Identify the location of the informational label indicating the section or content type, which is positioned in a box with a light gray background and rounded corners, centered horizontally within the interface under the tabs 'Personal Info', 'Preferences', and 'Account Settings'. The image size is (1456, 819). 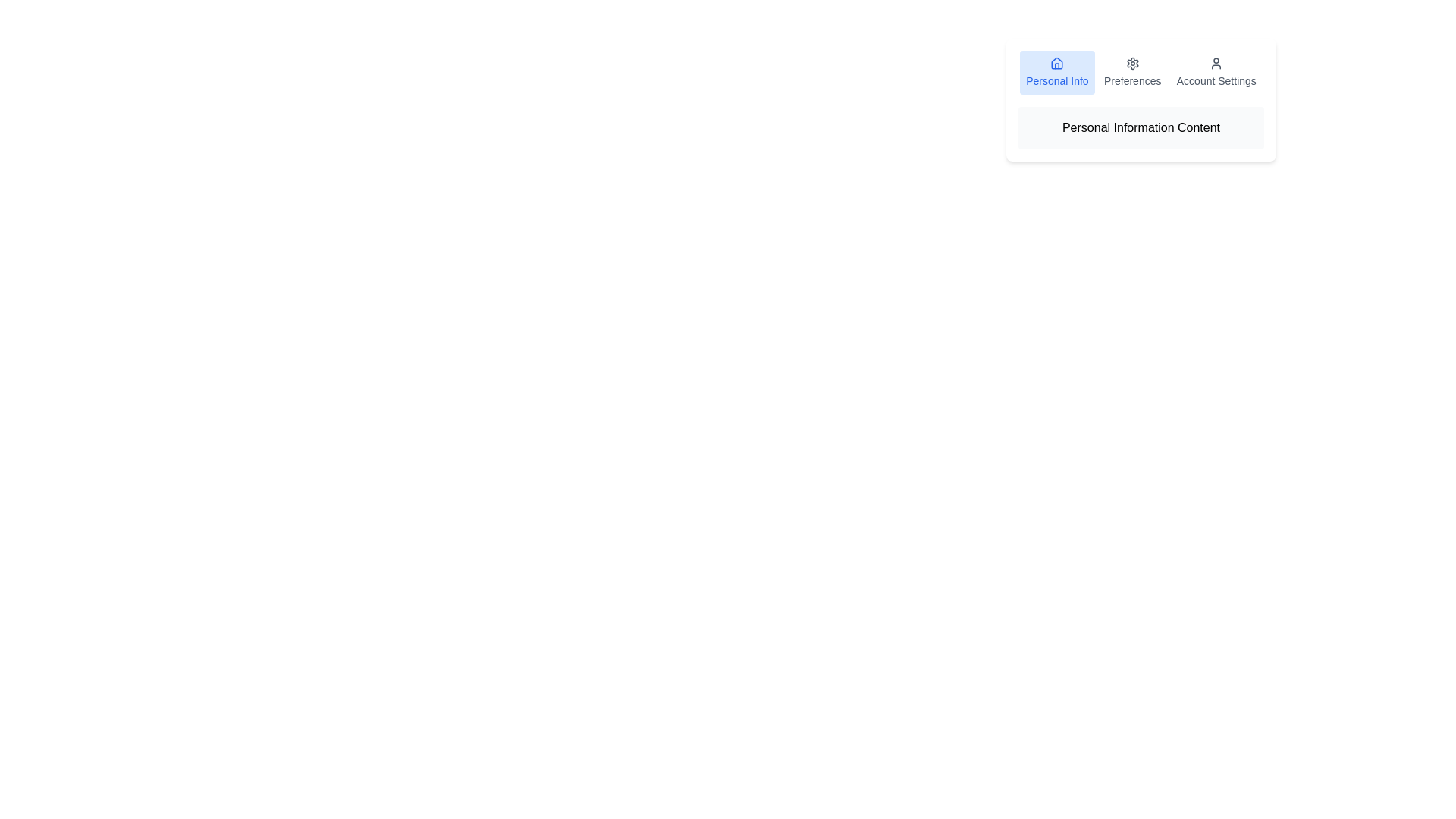
(1141, 127).